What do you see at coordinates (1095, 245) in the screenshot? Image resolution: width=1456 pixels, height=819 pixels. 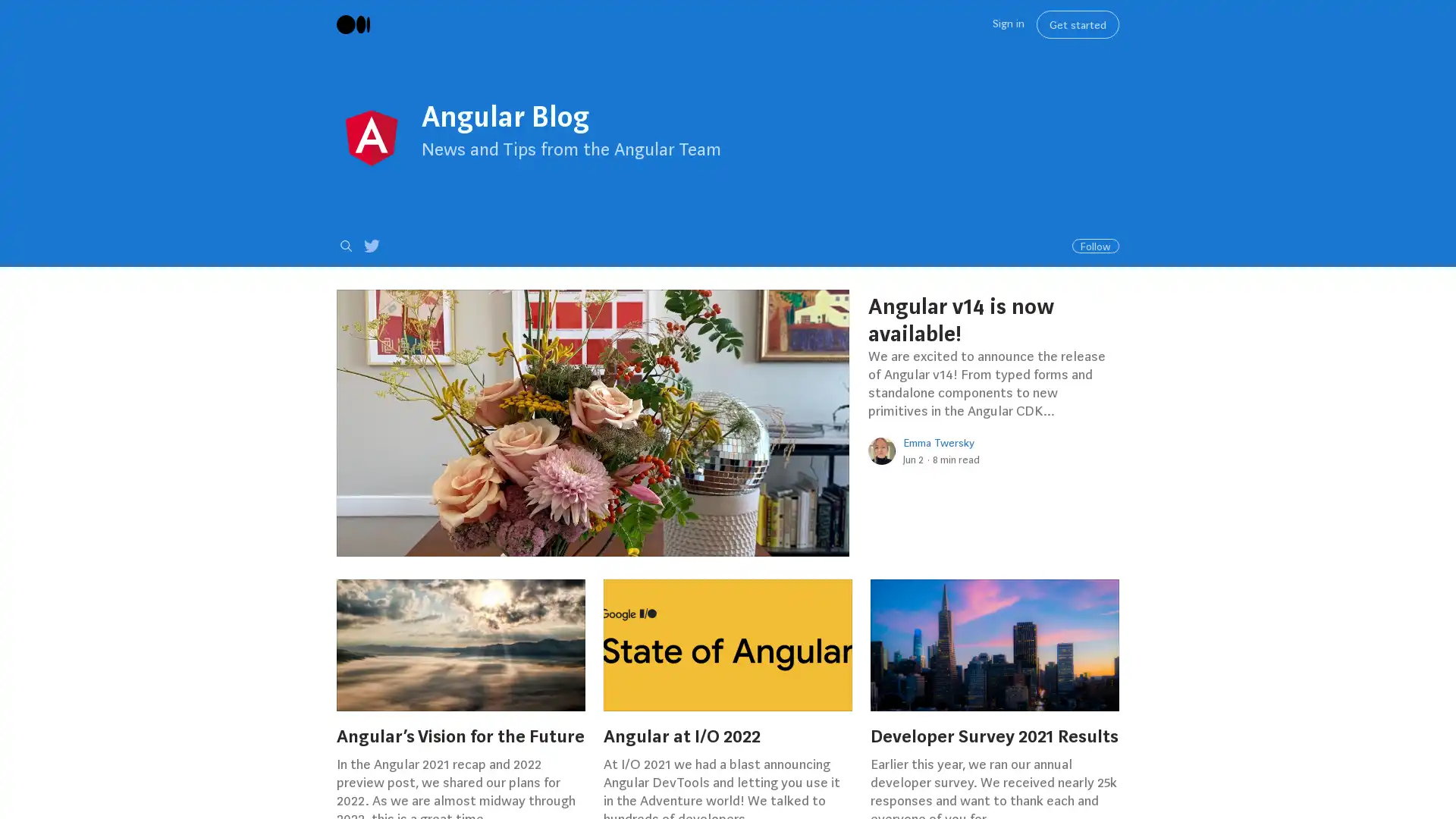 I see `Follow` at bounding box center [1095, 245].